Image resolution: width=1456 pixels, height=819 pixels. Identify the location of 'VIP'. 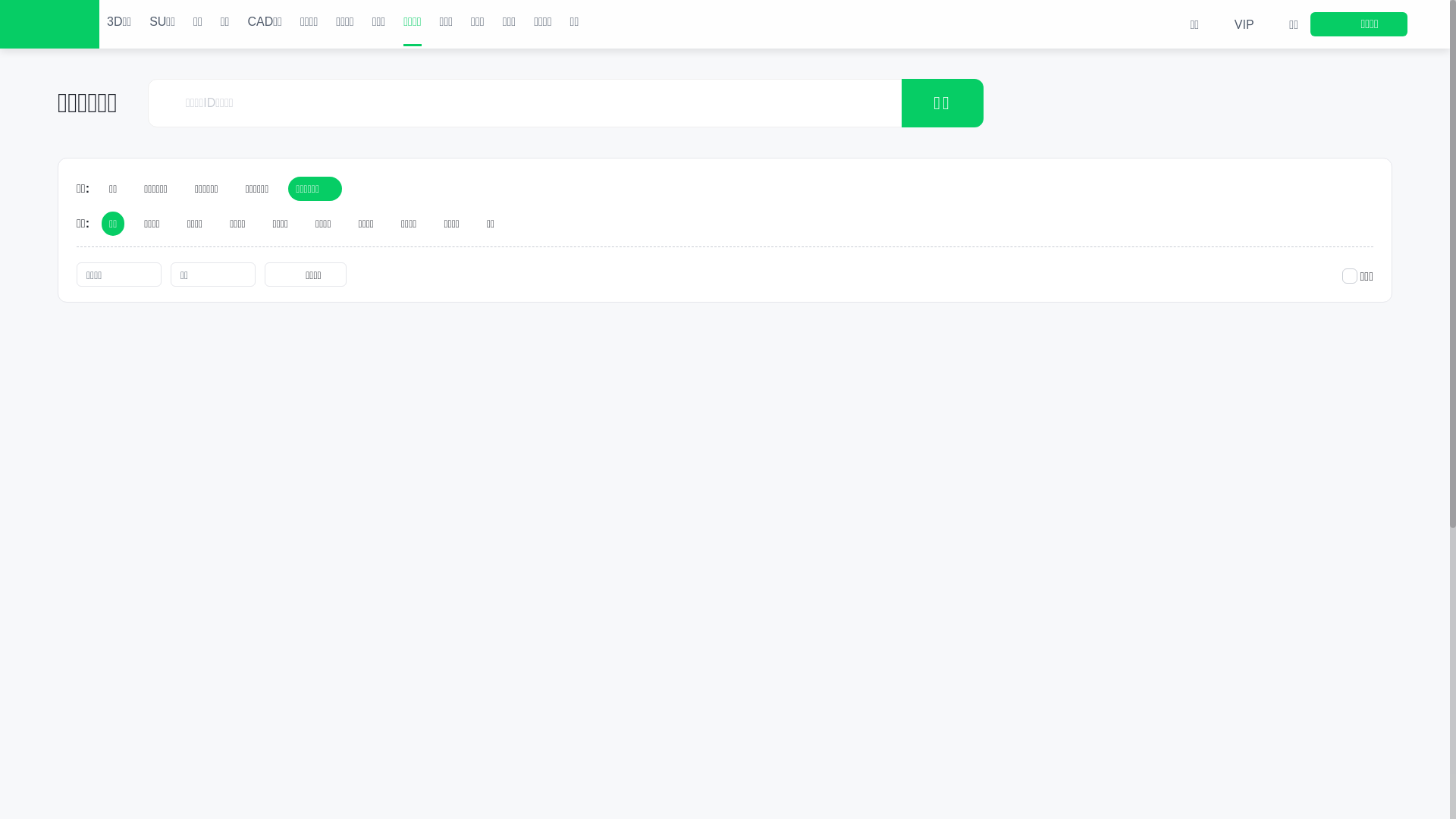
(1232, 24).